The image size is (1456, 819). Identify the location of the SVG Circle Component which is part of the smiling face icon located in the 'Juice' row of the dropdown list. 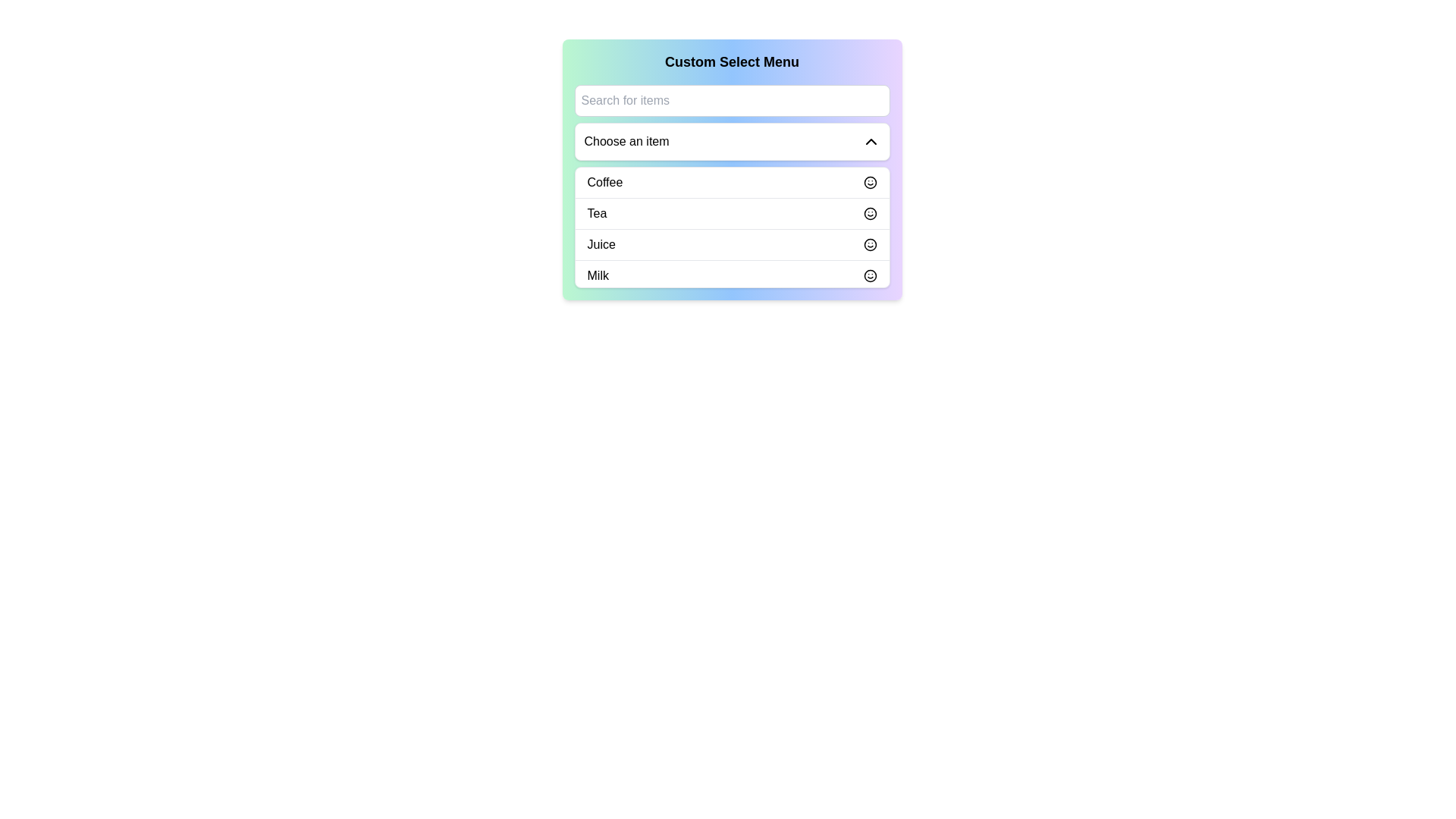
(870, 244).